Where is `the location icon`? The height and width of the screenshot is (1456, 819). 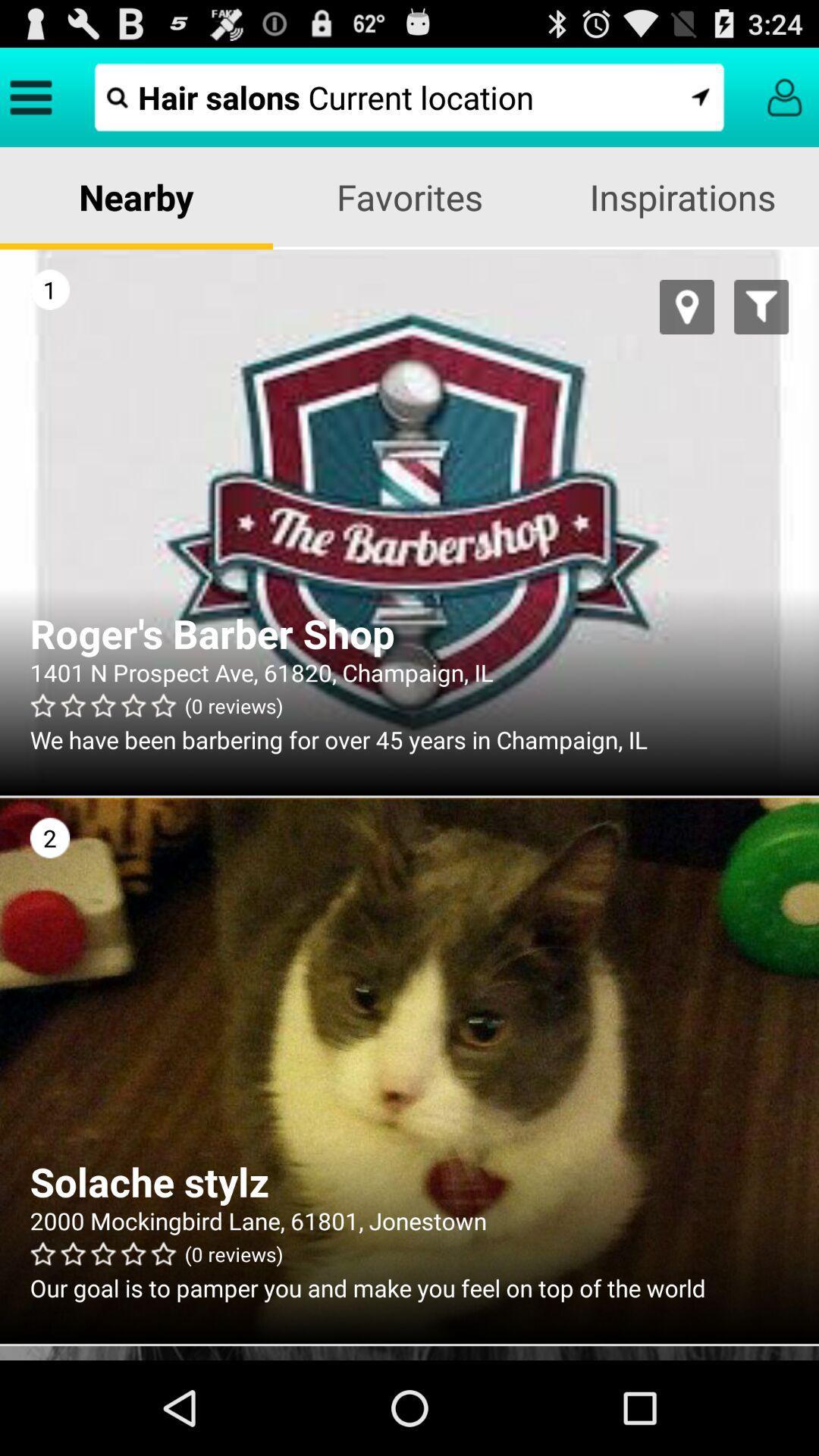
the location icon is located at coordinates (687, 328).